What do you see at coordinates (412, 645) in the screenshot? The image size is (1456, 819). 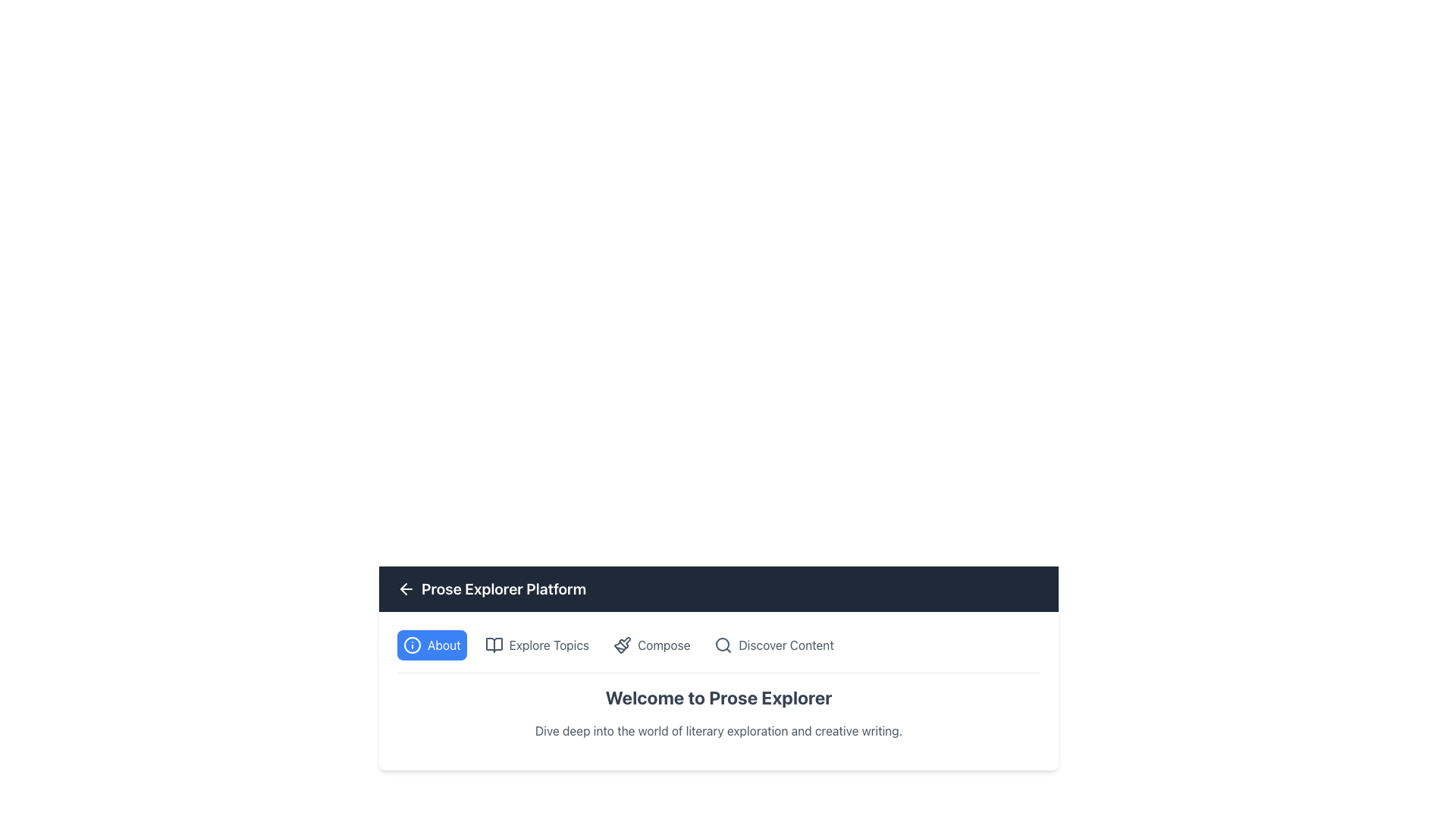 I see `the 'About' section icon, which is a circle located in the center of the leftmost button in the toolbar at the top of the interface layout` at bounding box center [412, 645].